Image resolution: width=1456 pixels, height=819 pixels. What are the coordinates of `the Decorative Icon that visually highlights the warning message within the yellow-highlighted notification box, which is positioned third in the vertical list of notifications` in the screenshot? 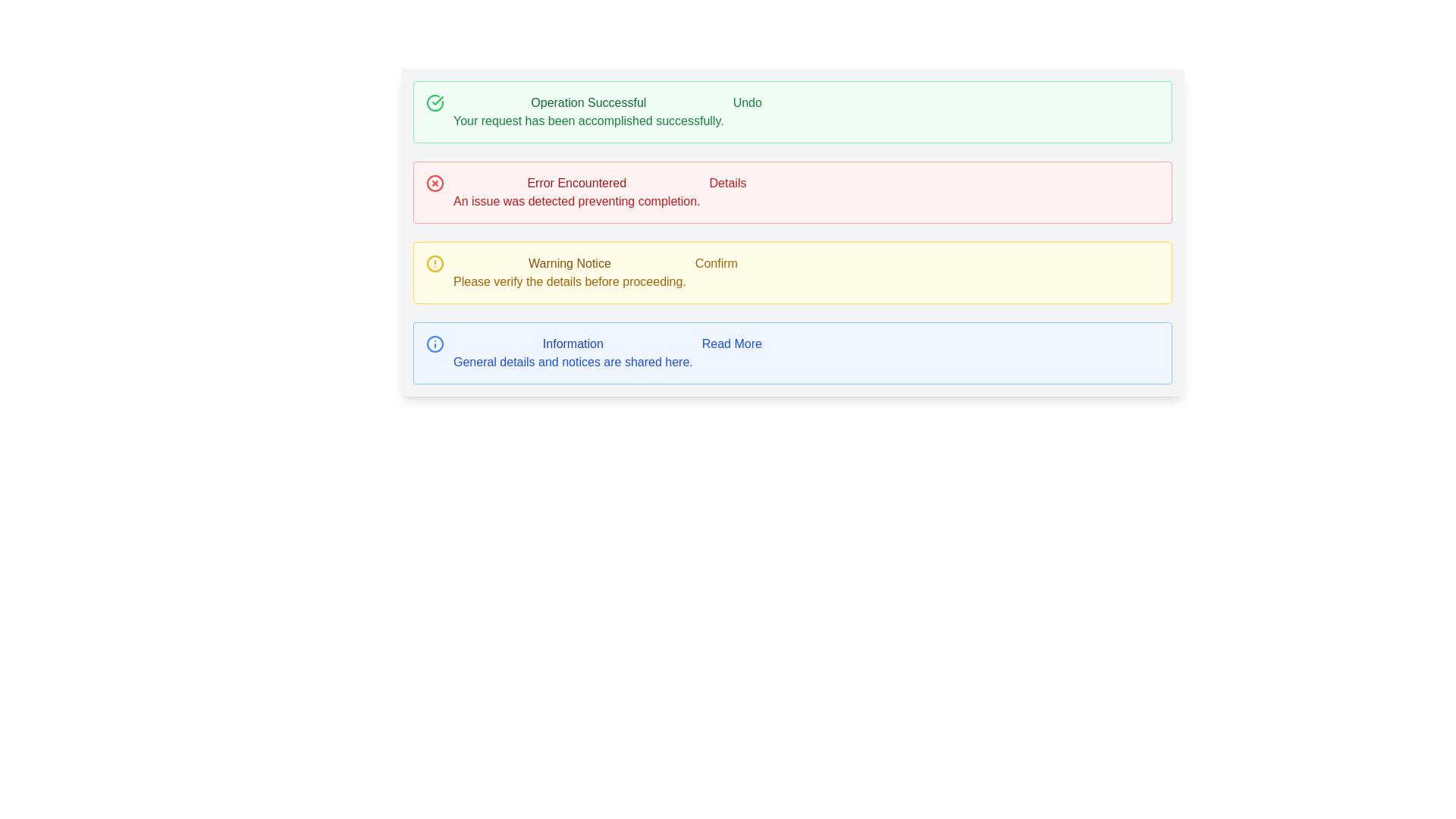 It's located at (435, 262).